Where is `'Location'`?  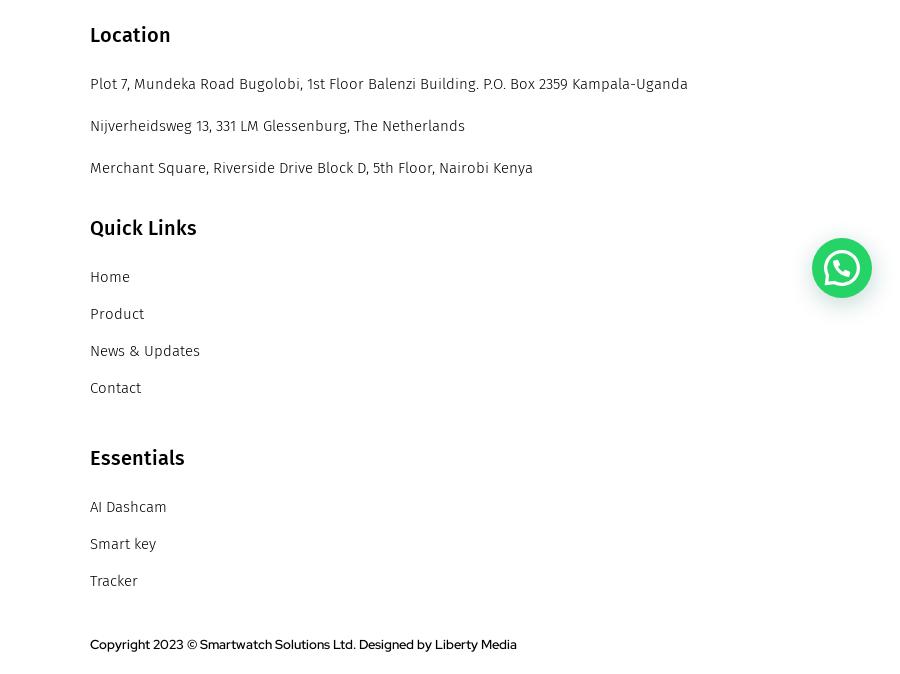
'Location' is located at coordinates (130, 33).